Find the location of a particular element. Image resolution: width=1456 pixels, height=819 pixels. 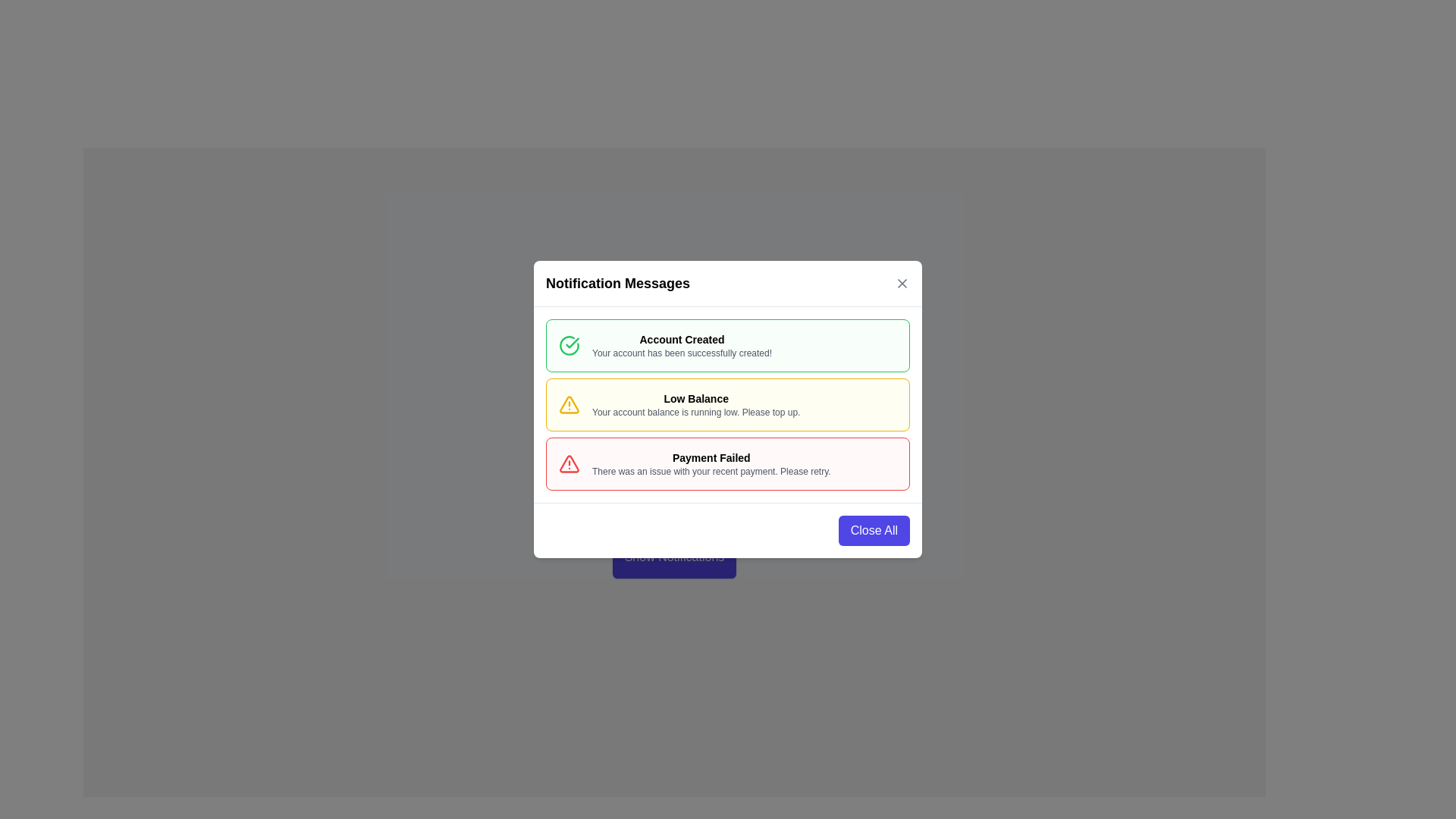

the close notifications button located in the lower-right corner of the modal is located at coordinates (874, 529).